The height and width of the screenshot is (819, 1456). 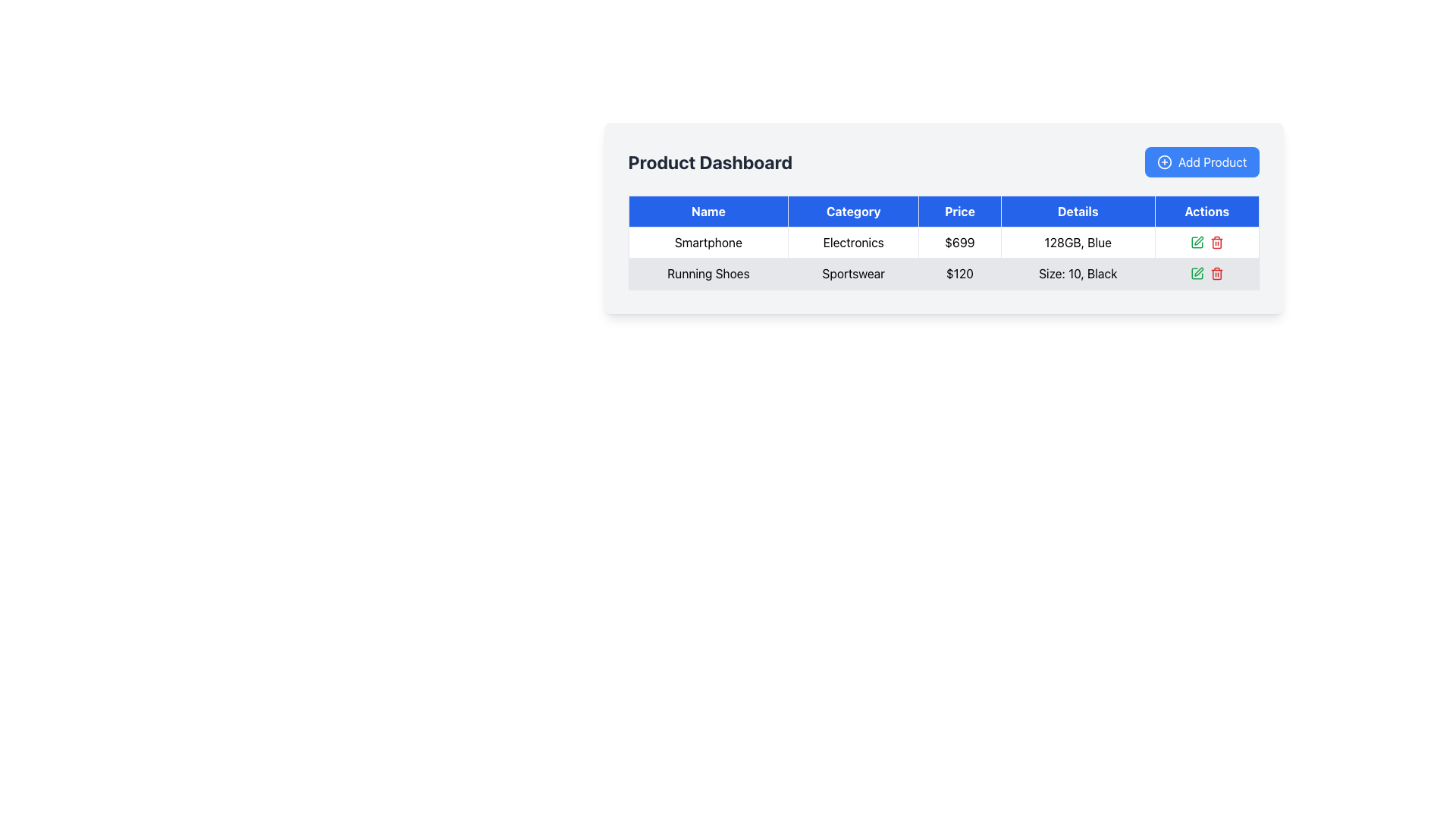 I want to click on the first column header cell of the table, which indicates the names of items listed in the table, so click(x=708, y=211).